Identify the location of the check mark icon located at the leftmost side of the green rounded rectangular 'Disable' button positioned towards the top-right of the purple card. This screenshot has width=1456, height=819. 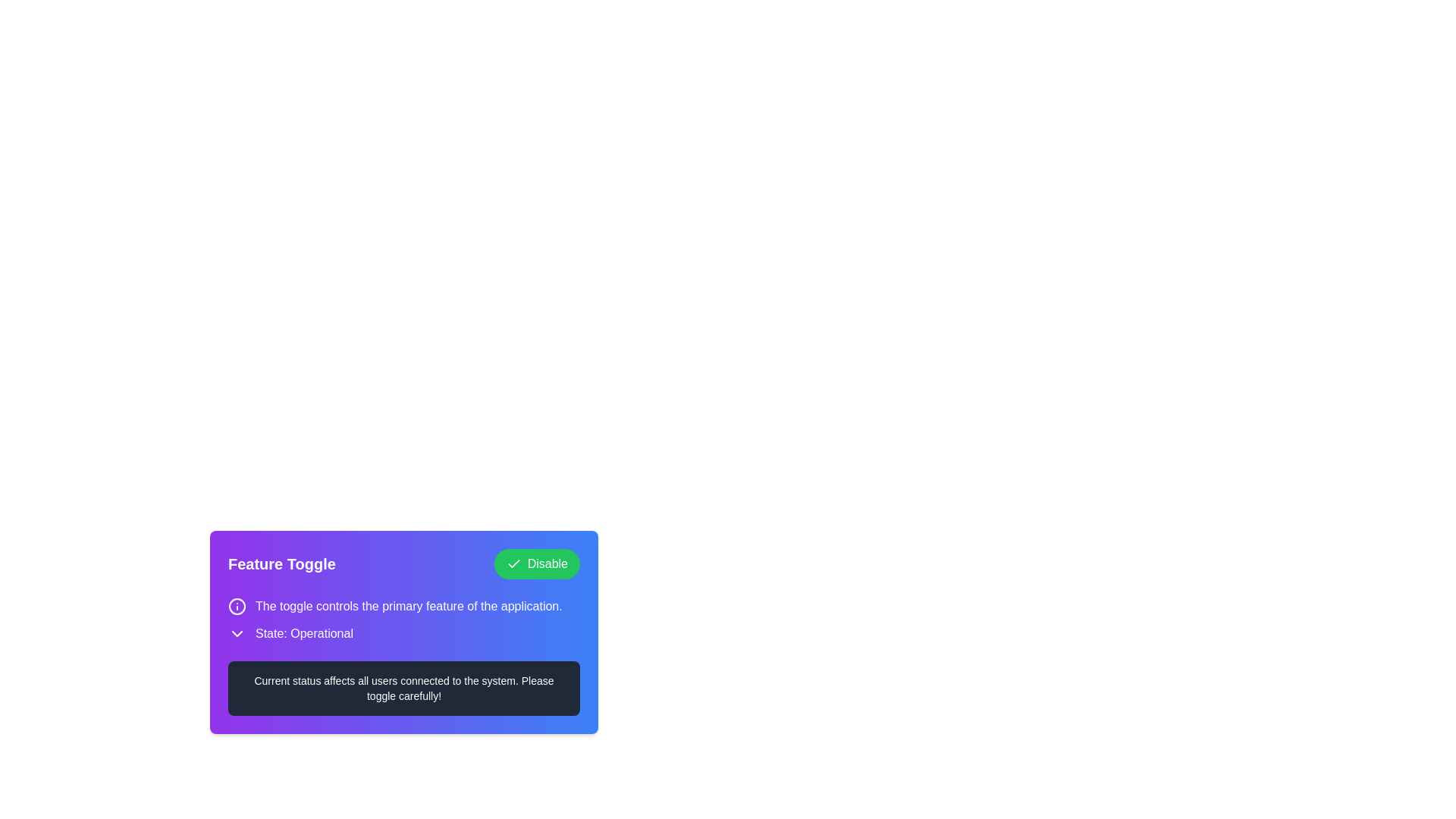
(513, 564).